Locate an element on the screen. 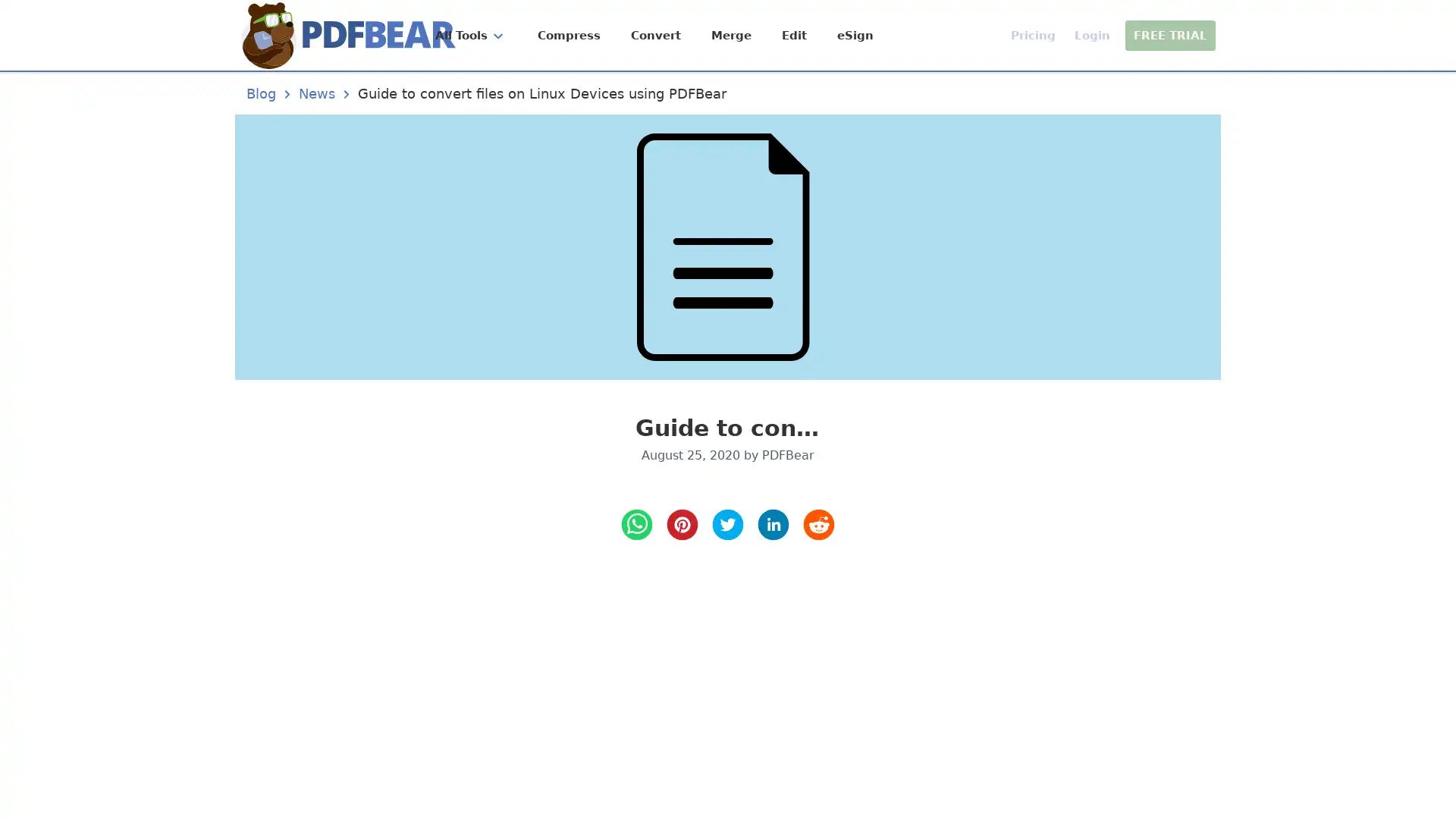  Merge is located at coordinates (730, 34).